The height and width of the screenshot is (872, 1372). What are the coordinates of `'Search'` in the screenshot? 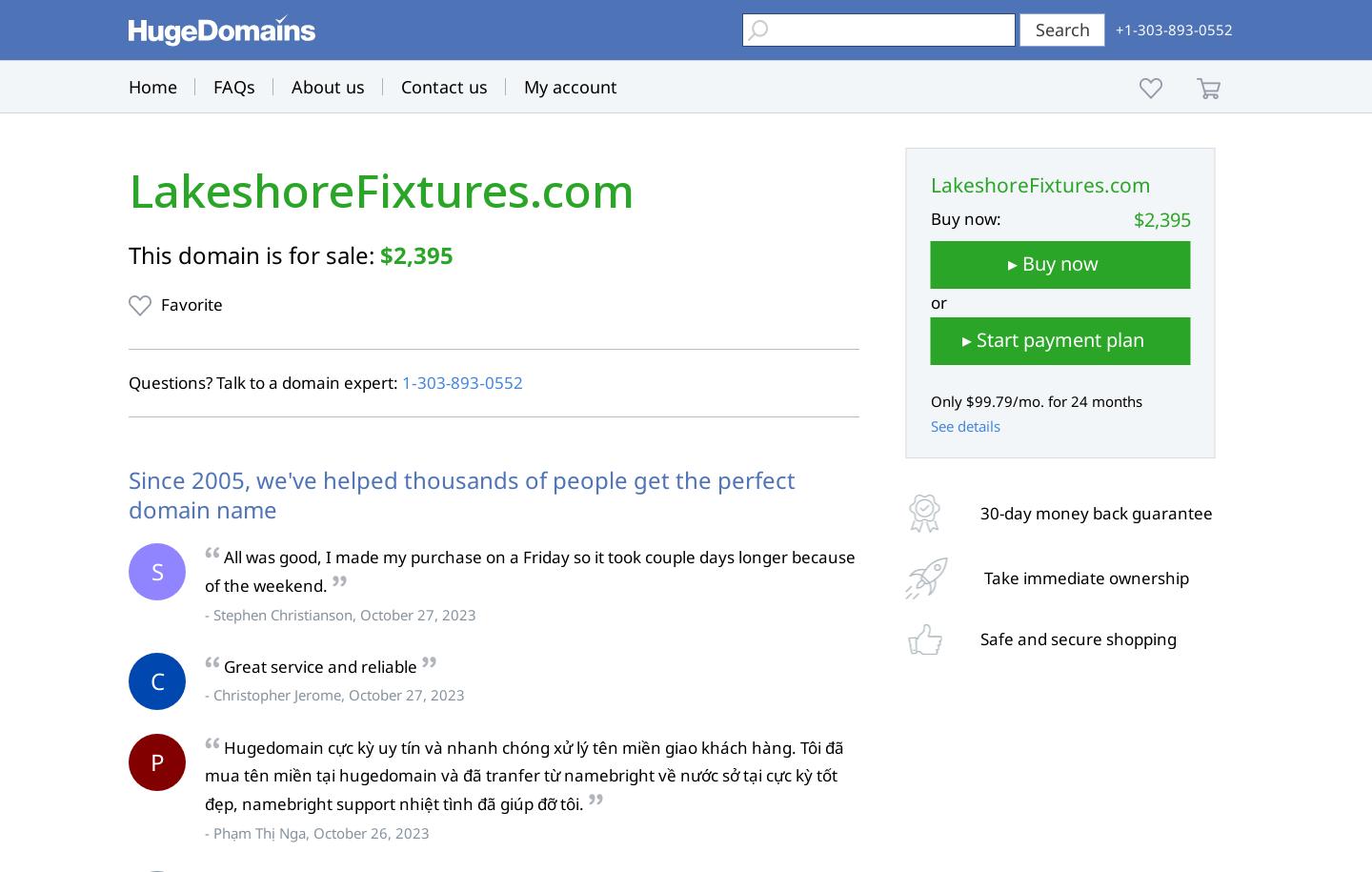 It's located at (1060, 30).